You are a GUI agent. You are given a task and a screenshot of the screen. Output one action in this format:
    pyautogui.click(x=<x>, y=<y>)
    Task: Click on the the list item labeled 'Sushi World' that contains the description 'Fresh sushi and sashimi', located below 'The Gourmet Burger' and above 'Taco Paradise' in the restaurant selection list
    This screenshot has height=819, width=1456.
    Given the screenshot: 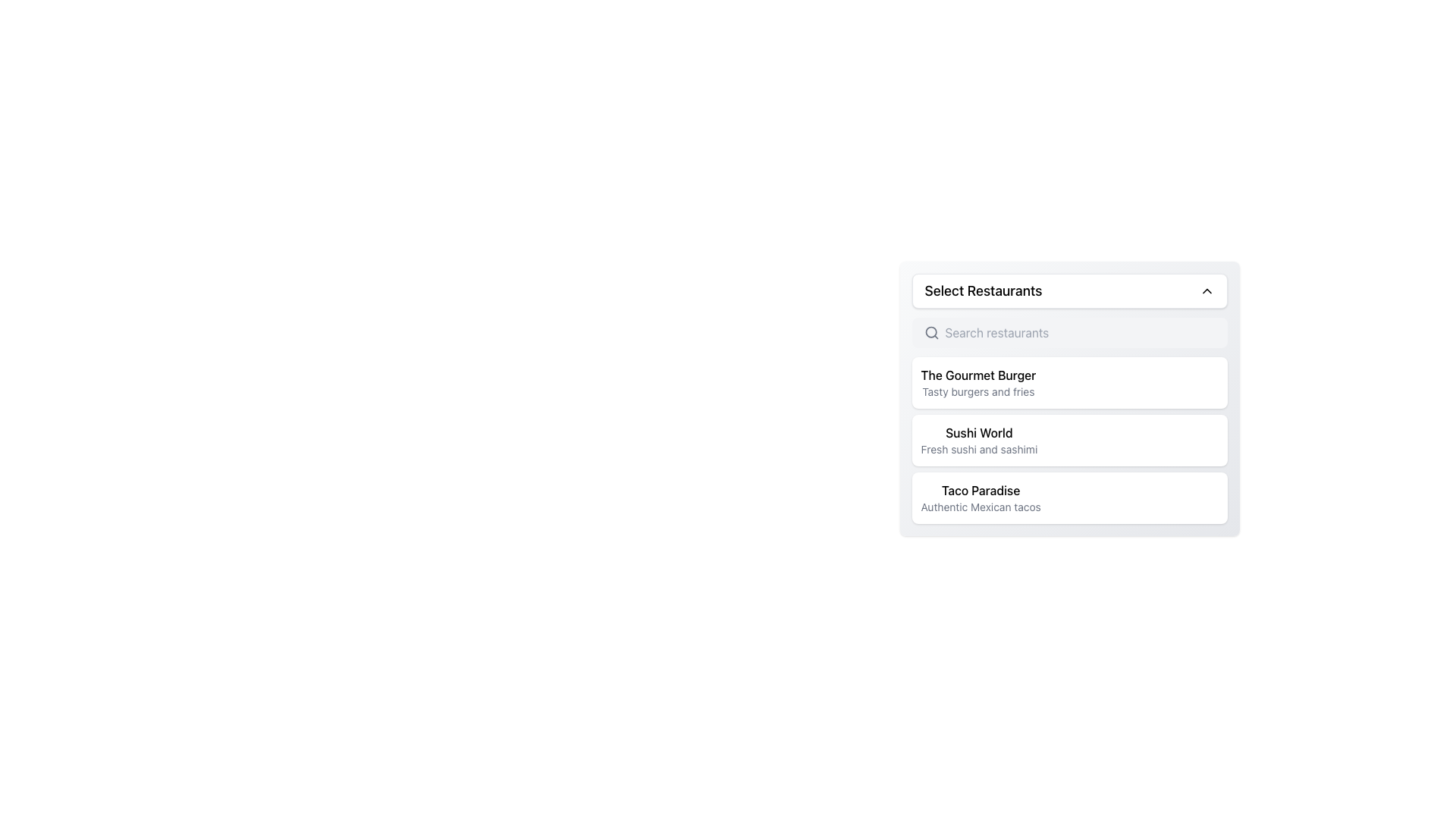 What is the action you would take?
    pyautogui.click(x=1068, y=441)
    